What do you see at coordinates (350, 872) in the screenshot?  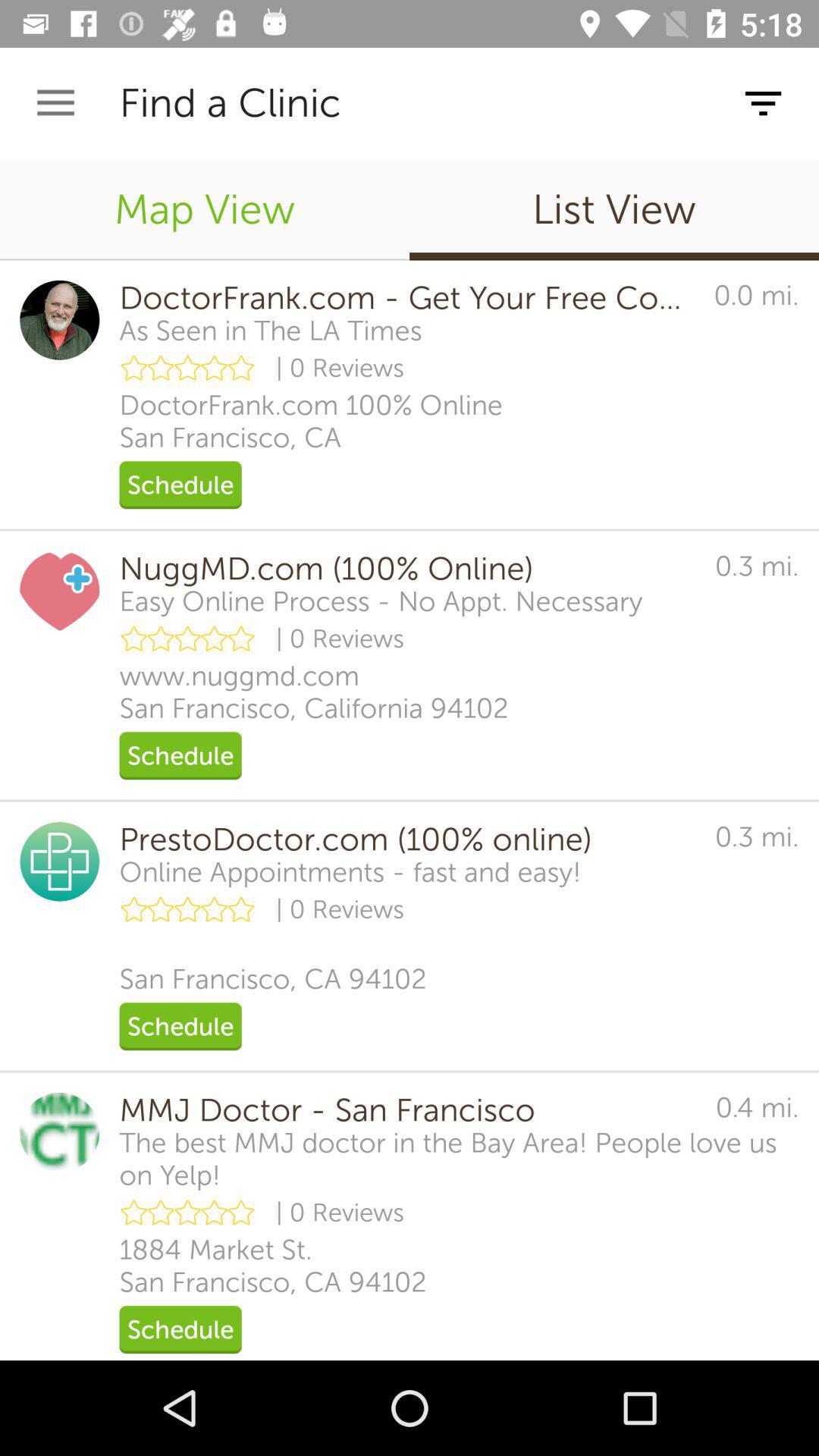 I see `the item above the | 0 reviews` at bounding box center [350, 872].